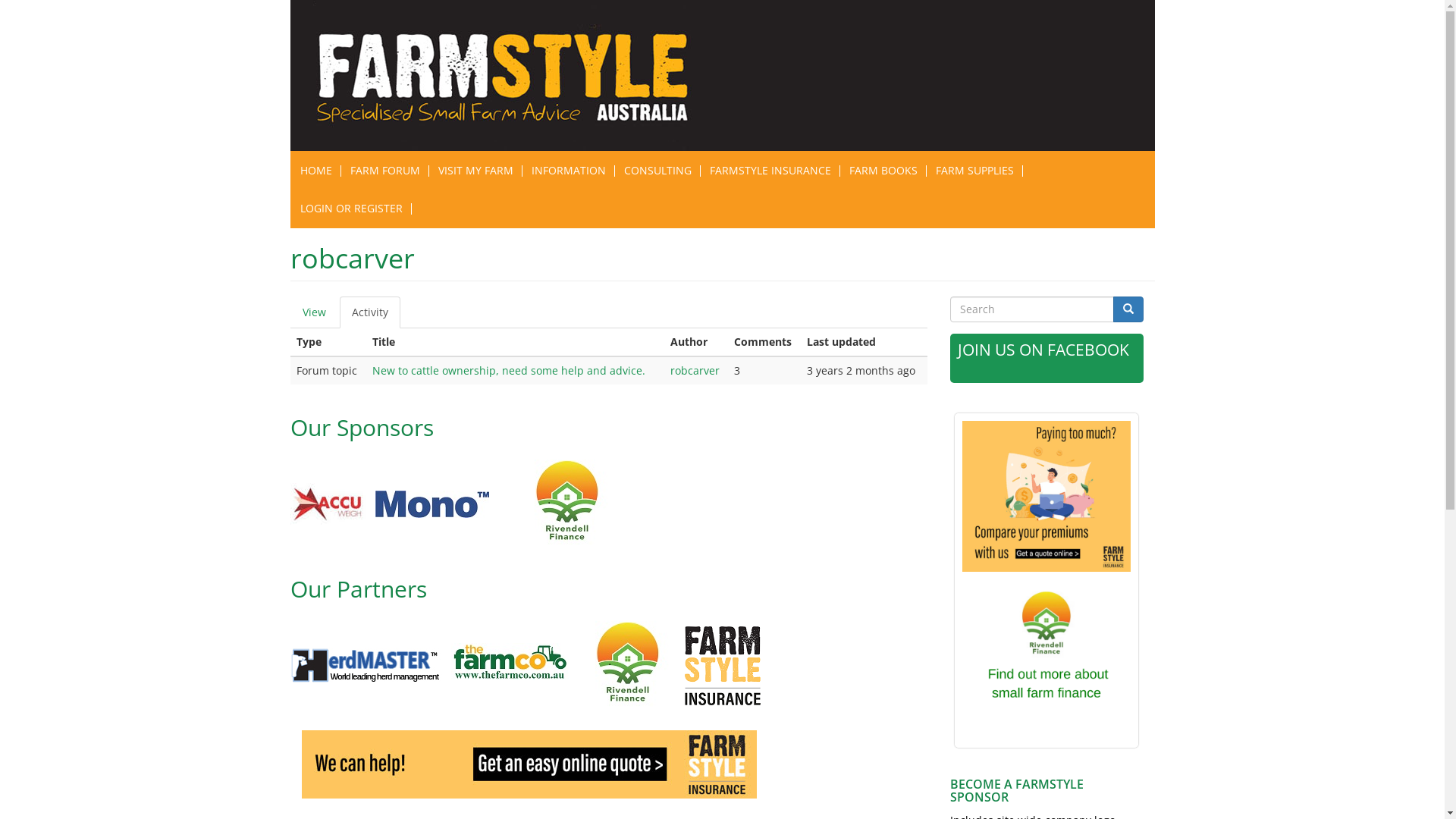  Describe the element at coordinates (350, 208) in the screenshot. I see `'LOGIN OR REGISTER'` at that location.